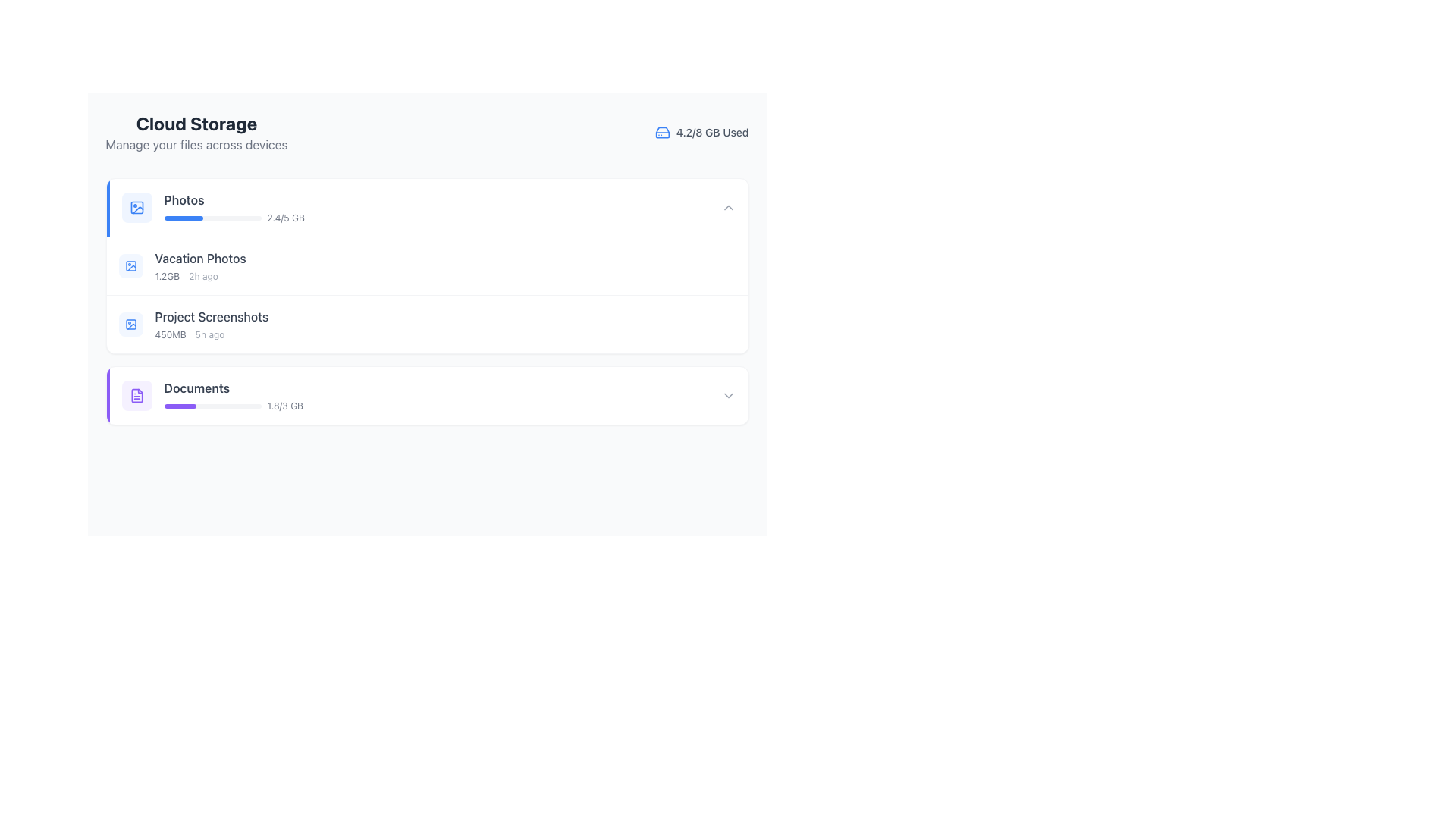  I want to click on the informative display block that indicates the storage usage for the 'Photos' category, which includes a progress bar and labels, located within the first row of the storage section, so click(234, 207).